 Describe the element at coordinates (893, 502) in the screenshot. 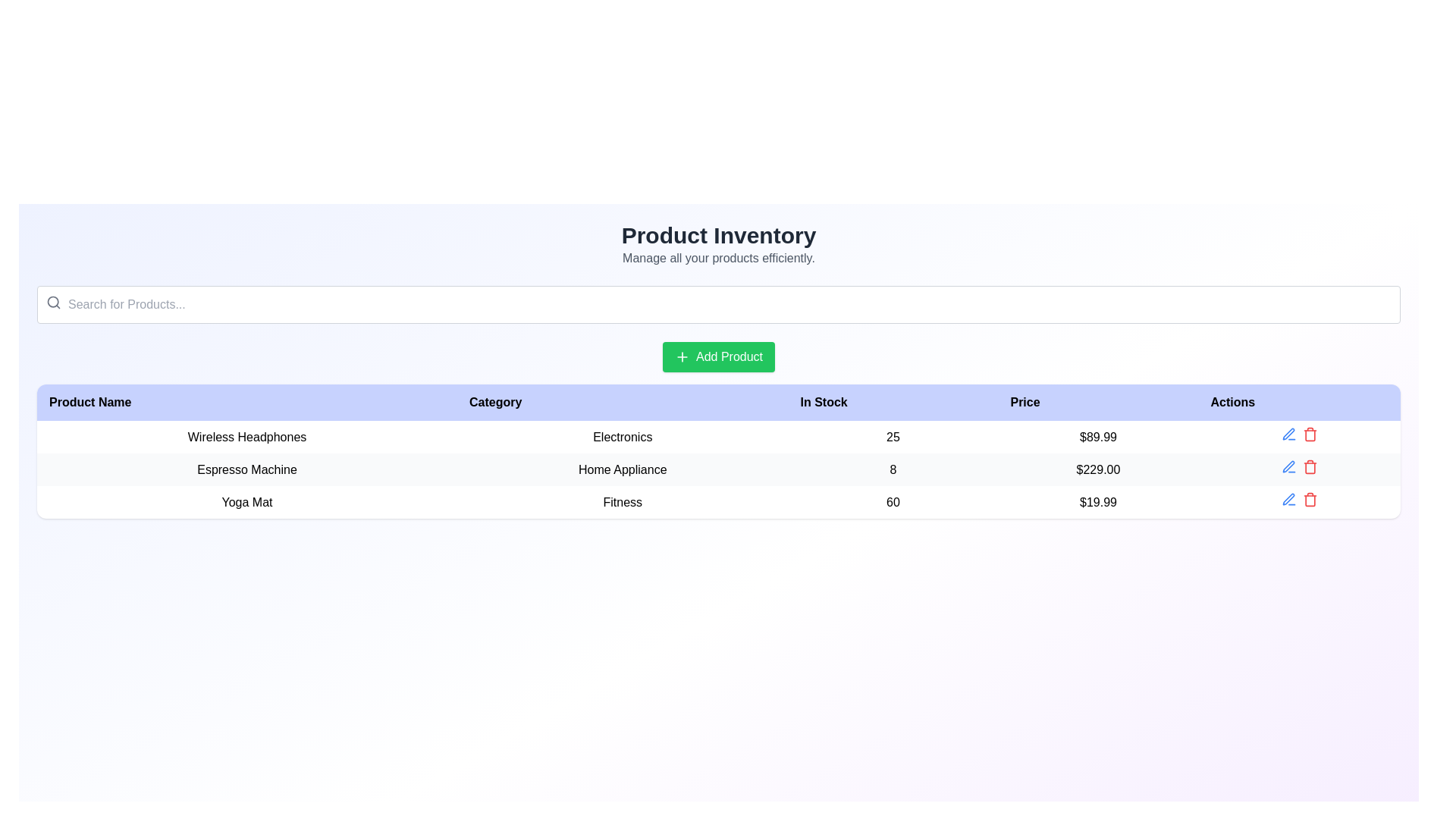

I see `the static text element that displays the quantity of 'Yoga Mat' currently in stock, located in the third row of the table under the 'In Stock' column` at that location.